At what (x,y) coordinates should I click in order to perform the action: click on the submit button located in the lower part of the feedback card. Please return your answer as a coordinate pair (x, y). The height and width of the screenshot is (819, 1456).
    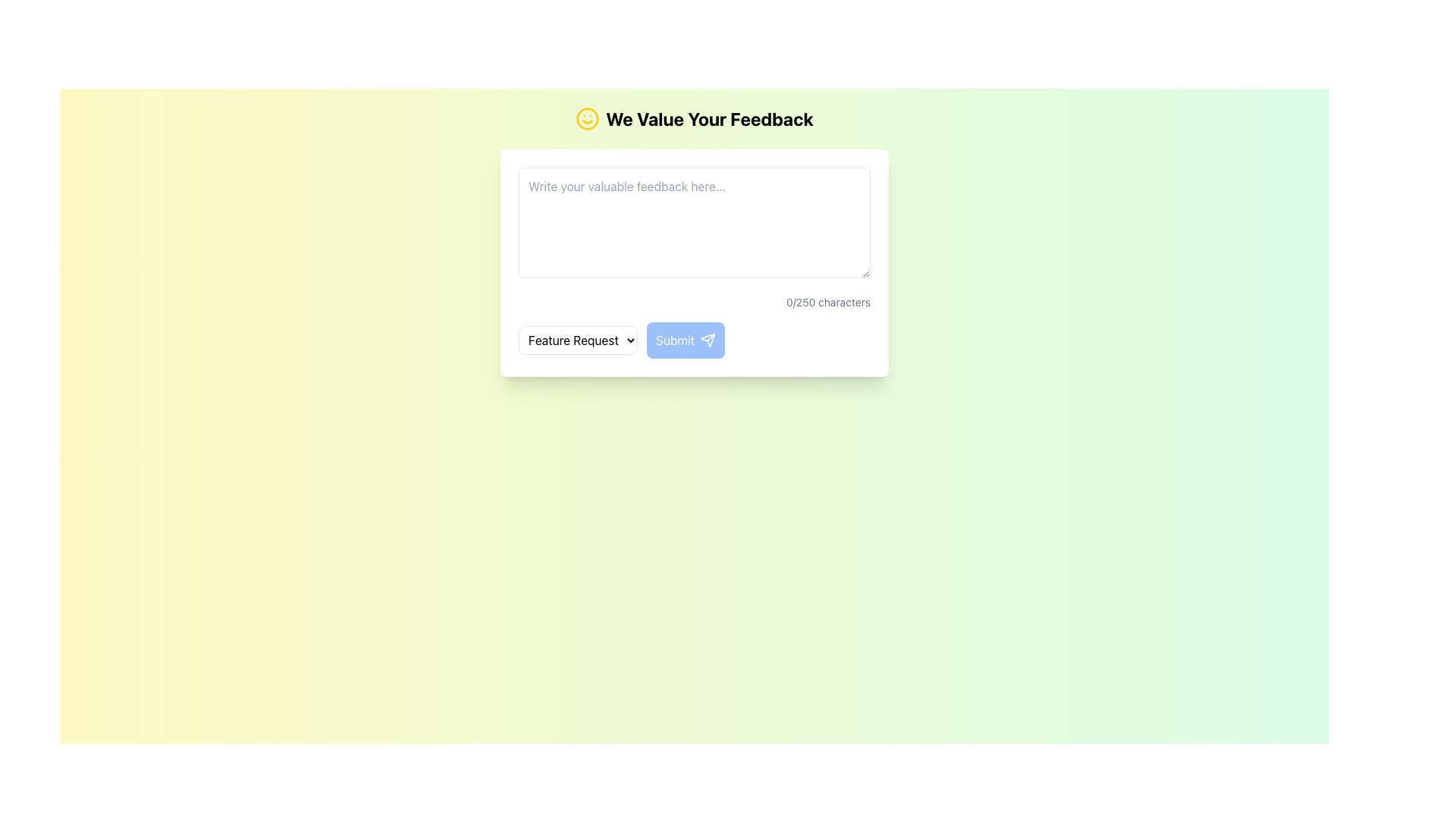
    Looking at the image, I should click on (694, 339).